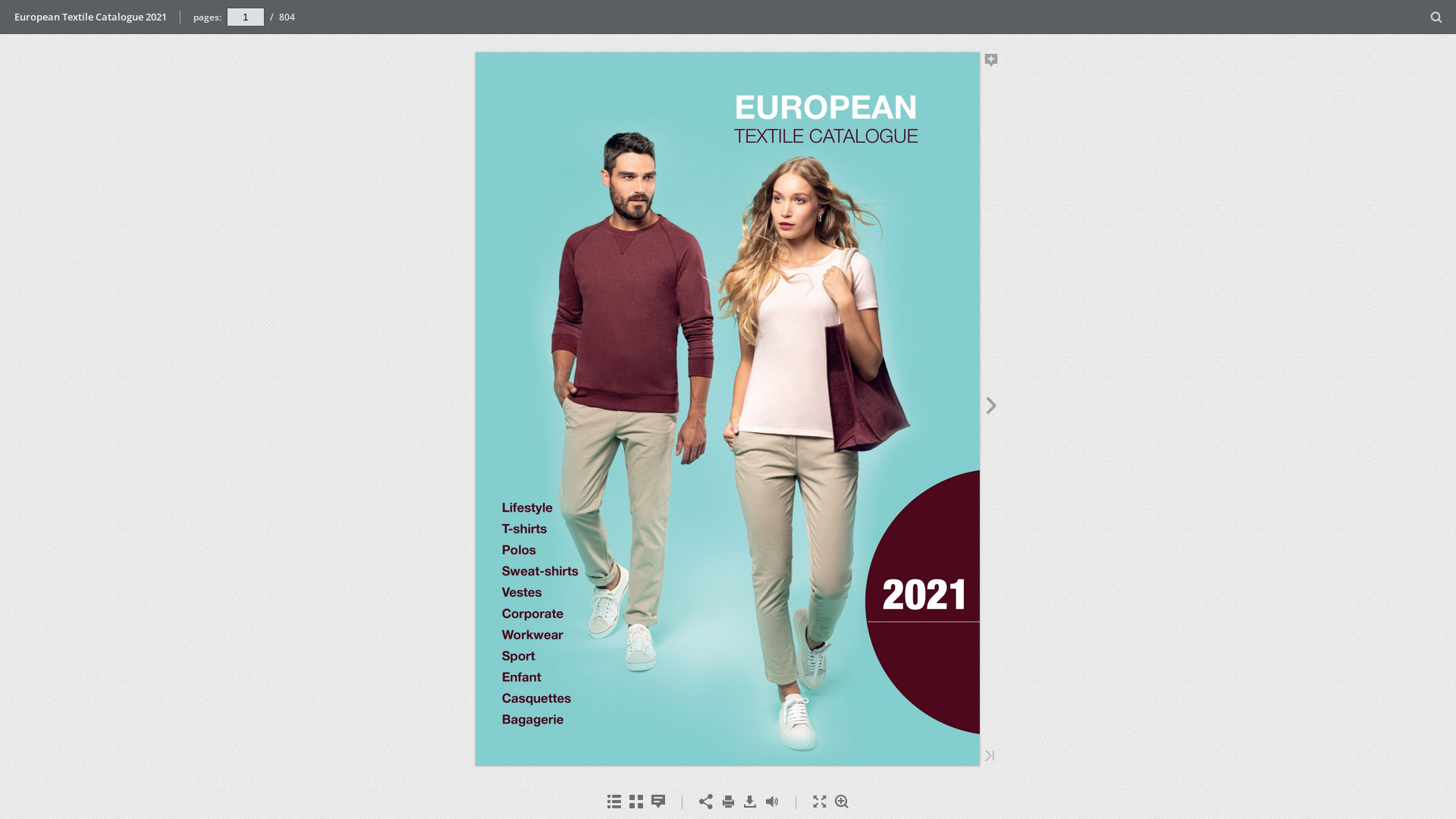 Image resolution: width=1456 pixels, height=819 pixels. I want to click on 'Table of Contents', so click(614, 801).